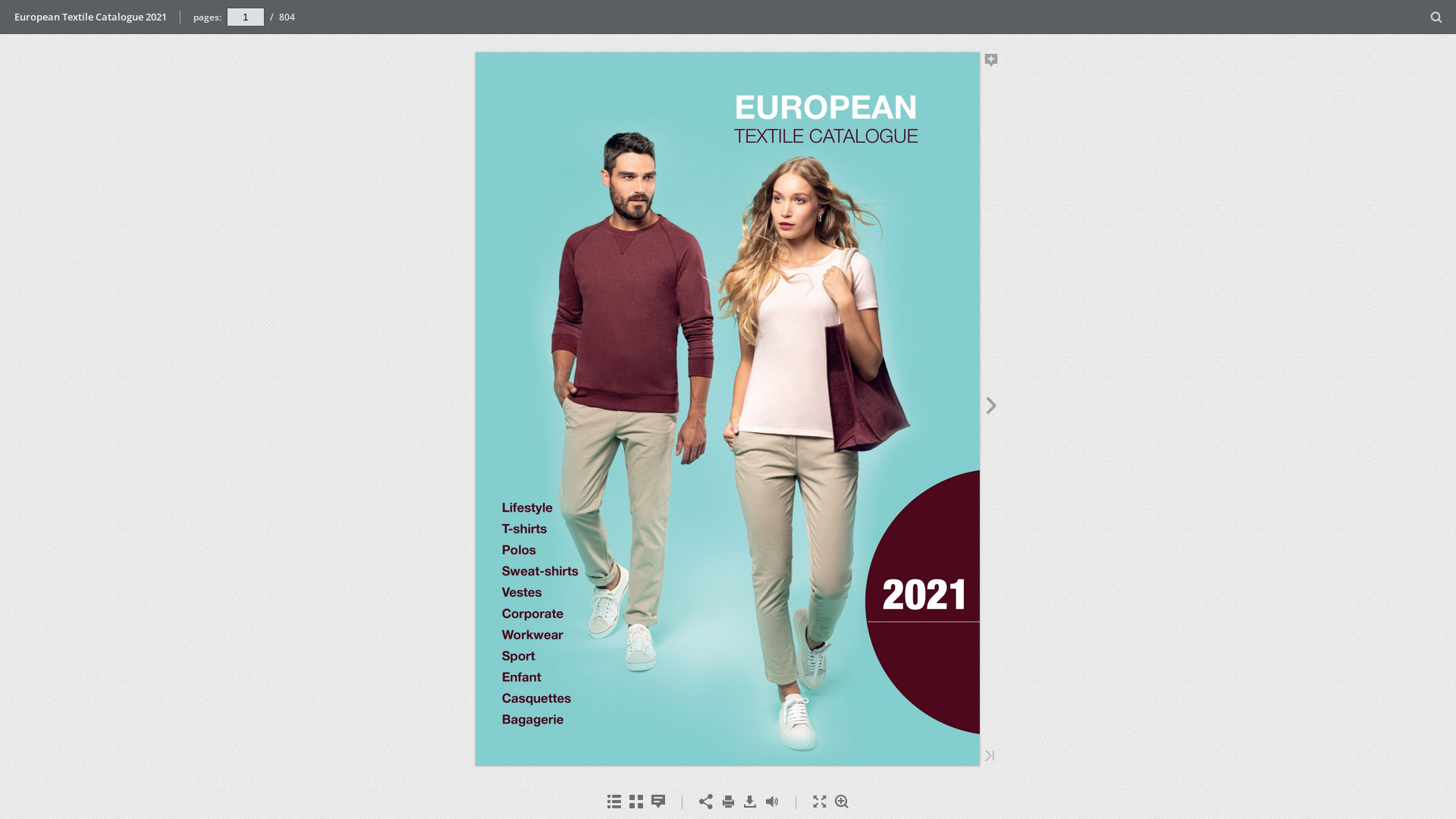 Image resolution: width=1456 pixels, height=819 pixels. I want to click on 'Table of Contents', so click(614, 801).